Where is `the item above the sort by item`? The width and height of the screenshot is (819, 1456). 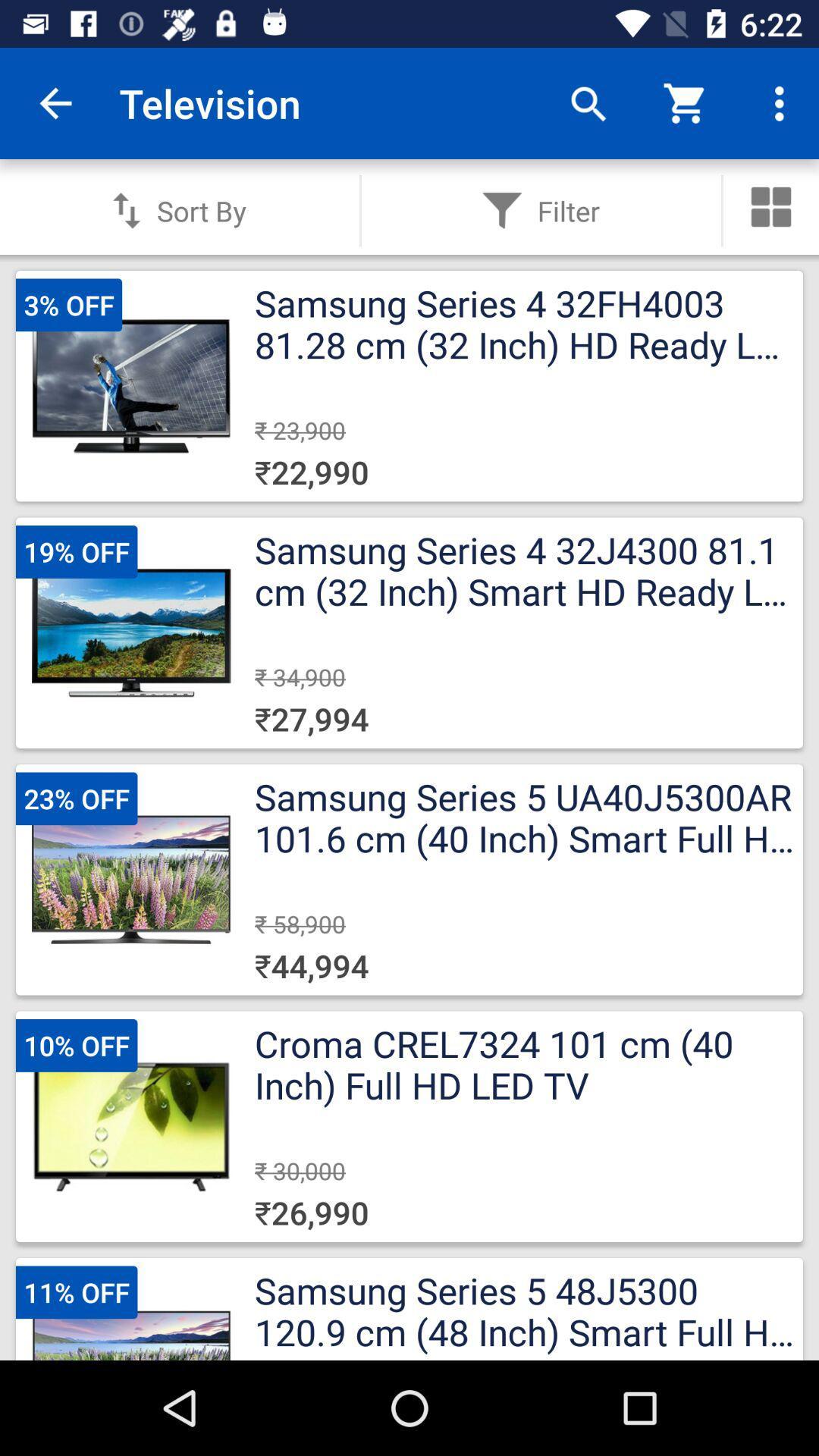 the item above the sort by item is located at coordinates (55, 102).